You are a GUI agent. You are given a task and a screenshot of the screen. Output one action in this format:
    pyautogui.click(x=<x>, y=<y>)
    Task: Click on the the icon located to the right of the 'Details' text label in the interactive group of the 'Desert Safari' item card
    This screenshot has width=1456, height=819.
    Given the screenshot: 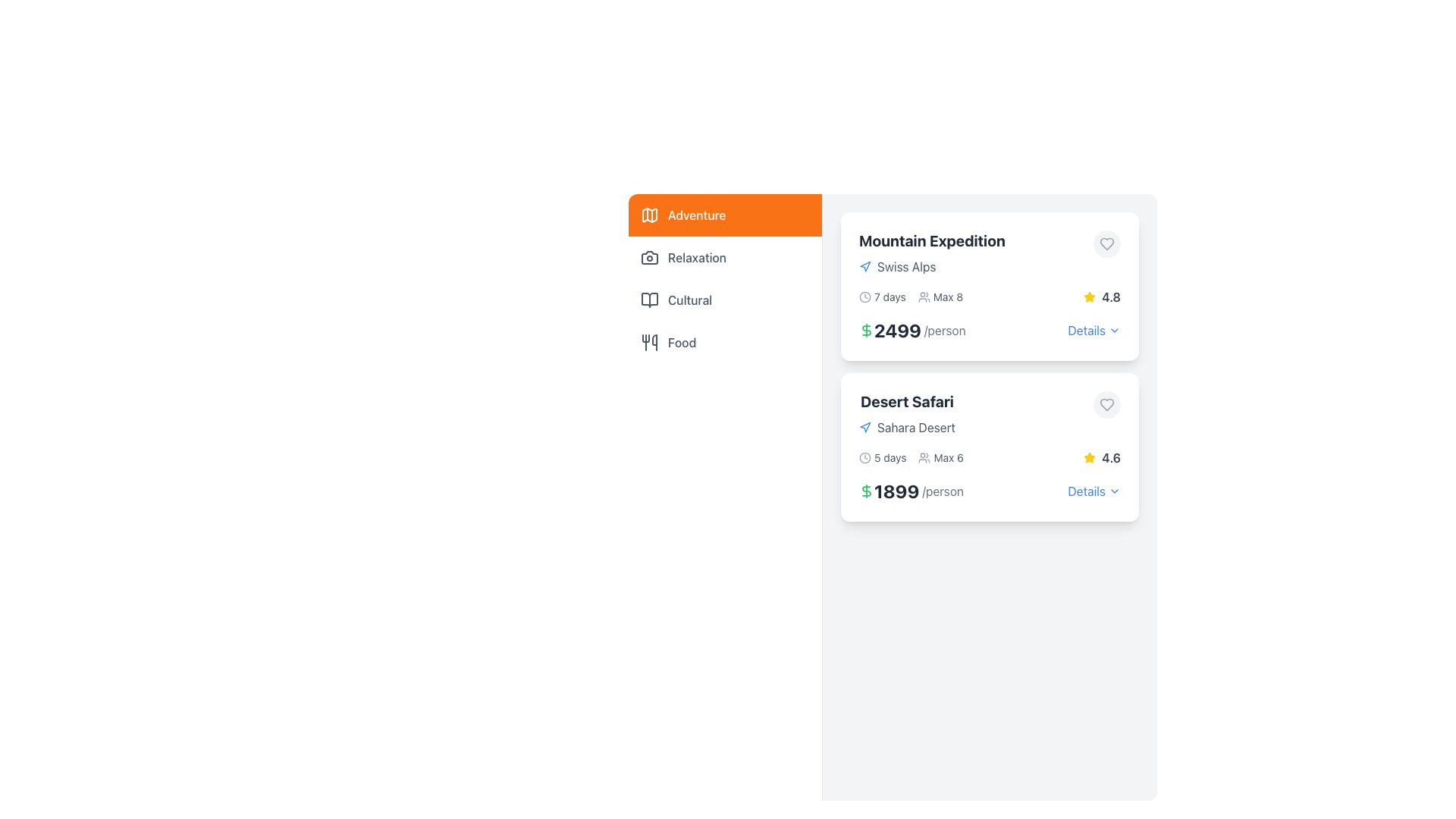 What is the action you would take?
    pyautogui.click(x=1114, y=491)
    